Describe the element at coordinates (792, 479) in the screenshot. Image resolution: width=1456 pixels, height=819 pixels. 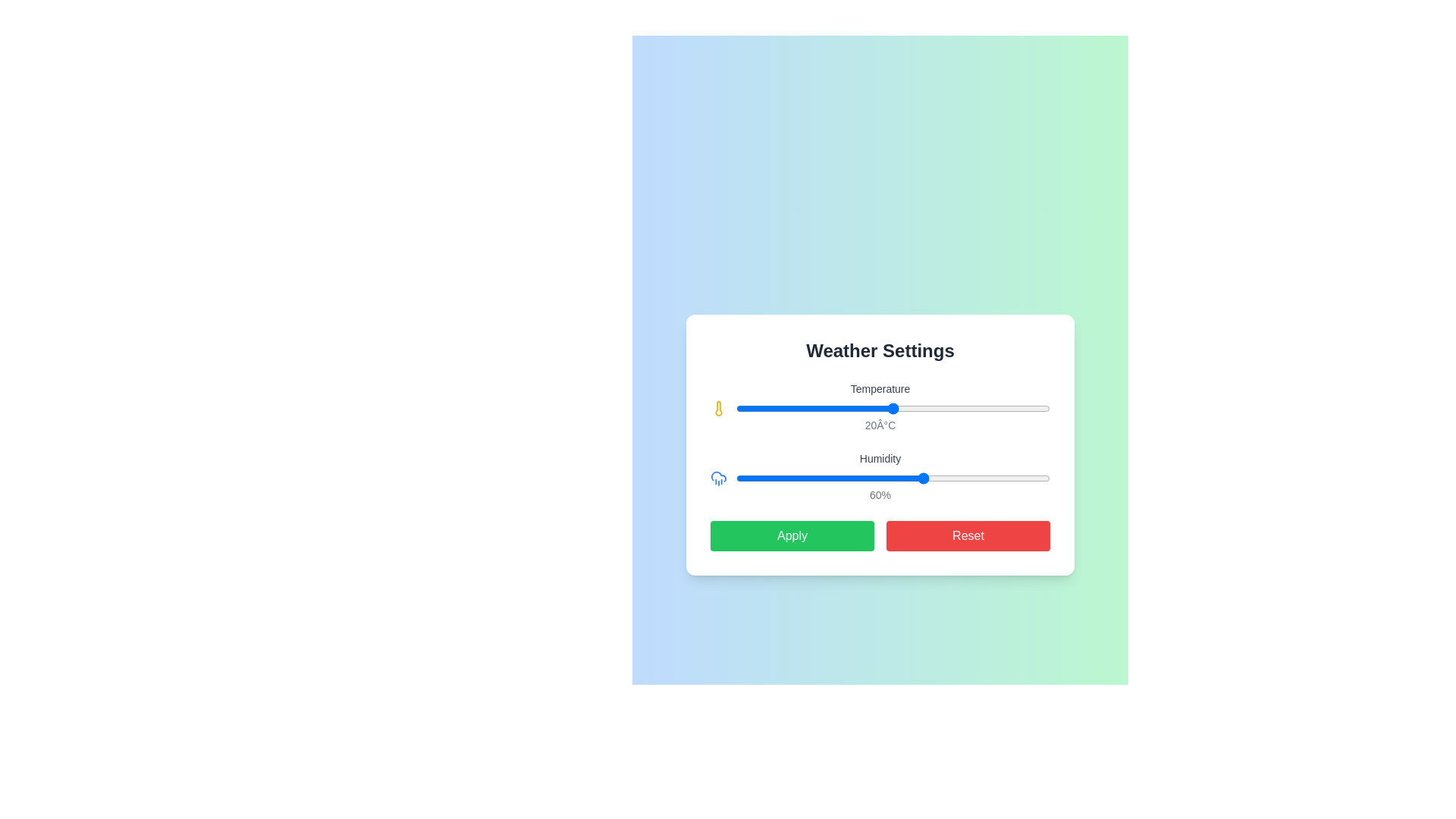
I see `humidity` at that location.